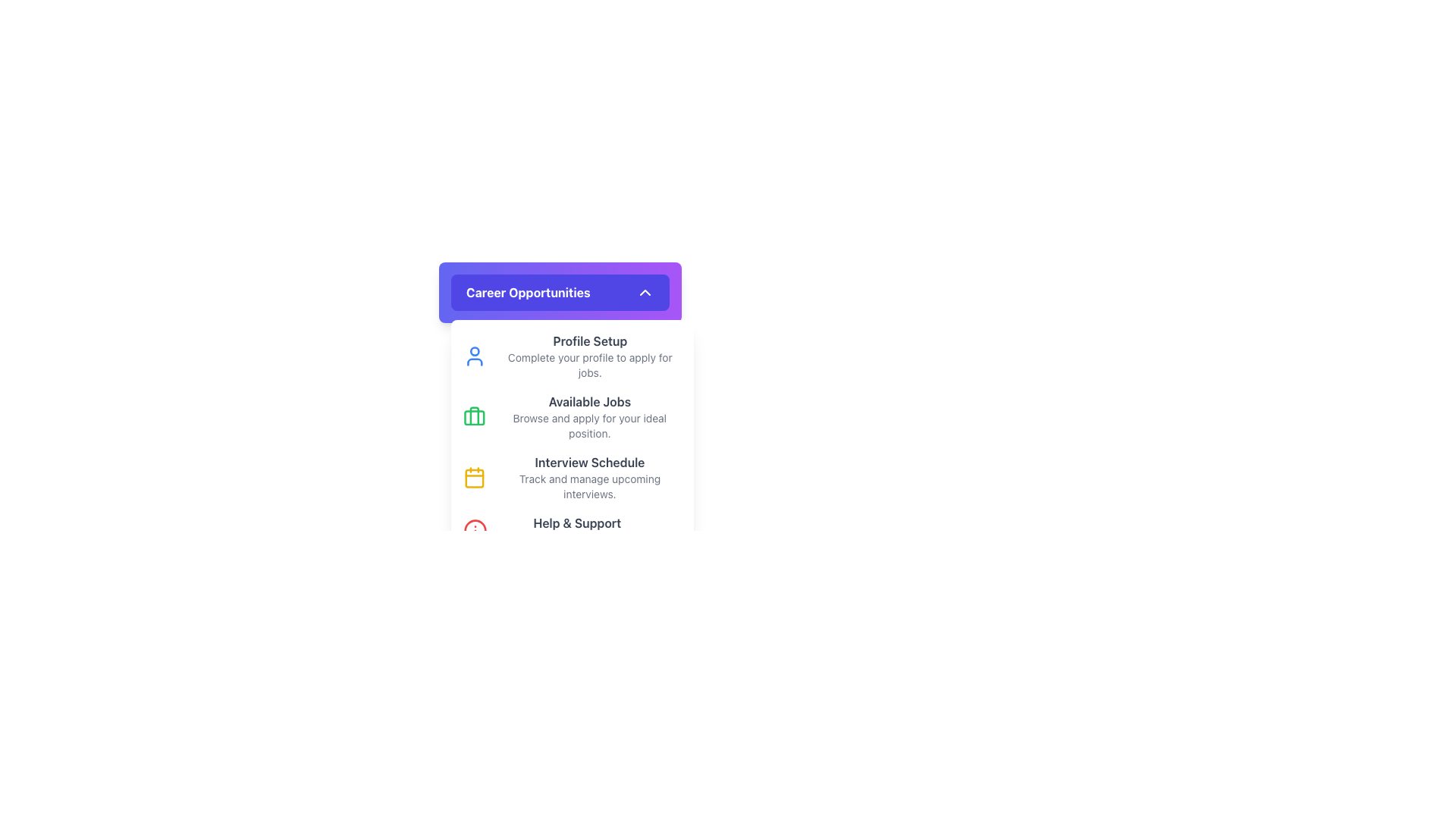 This screenshot has height=819, width=1456. Describe the element at coordinates (645, 292) in the screenshot. I see `the chevron-up icon located at the top-right end of the 'Career Opportunities' button` at that location.